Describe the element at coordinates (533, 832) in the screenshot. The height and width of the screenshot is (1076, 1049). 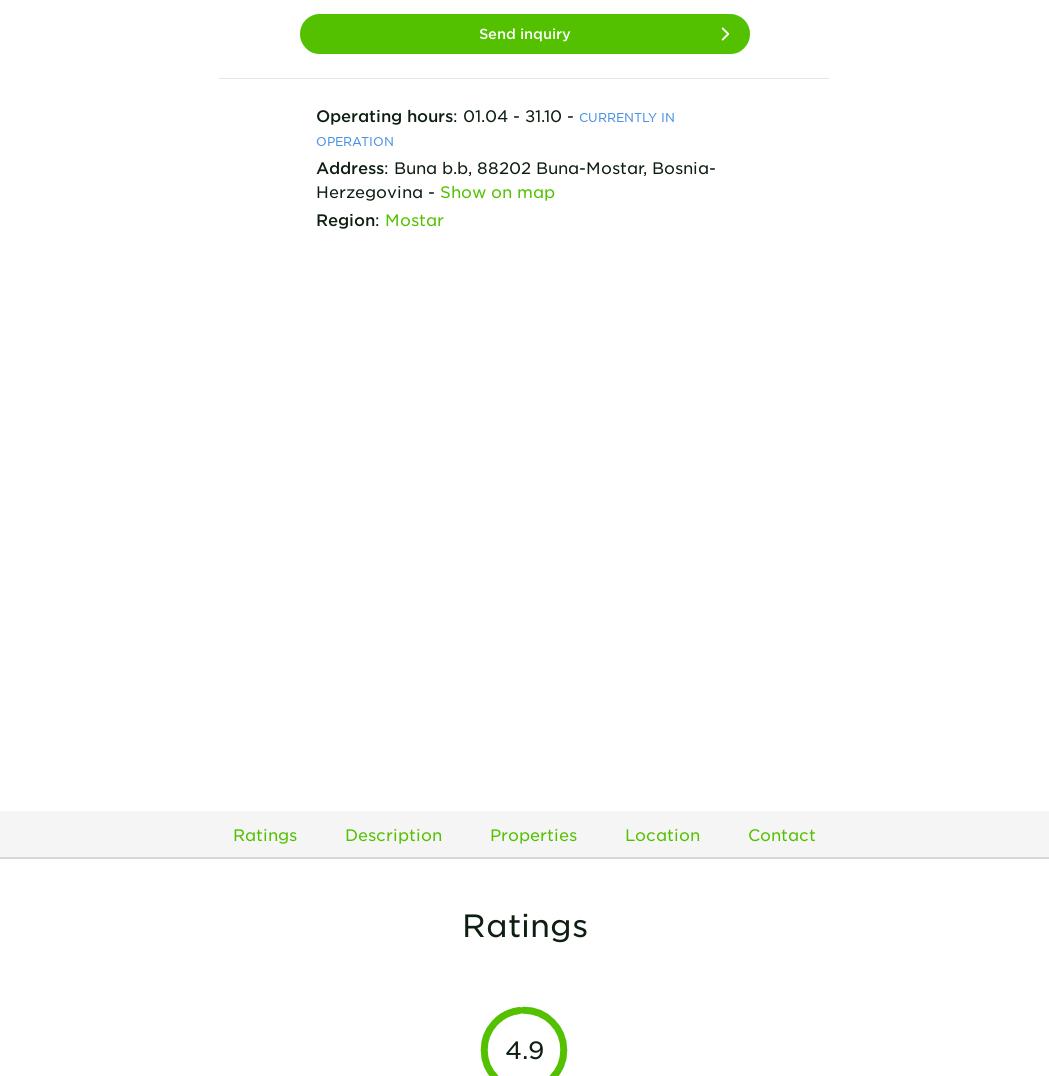
I see `'Properties'` at that location.